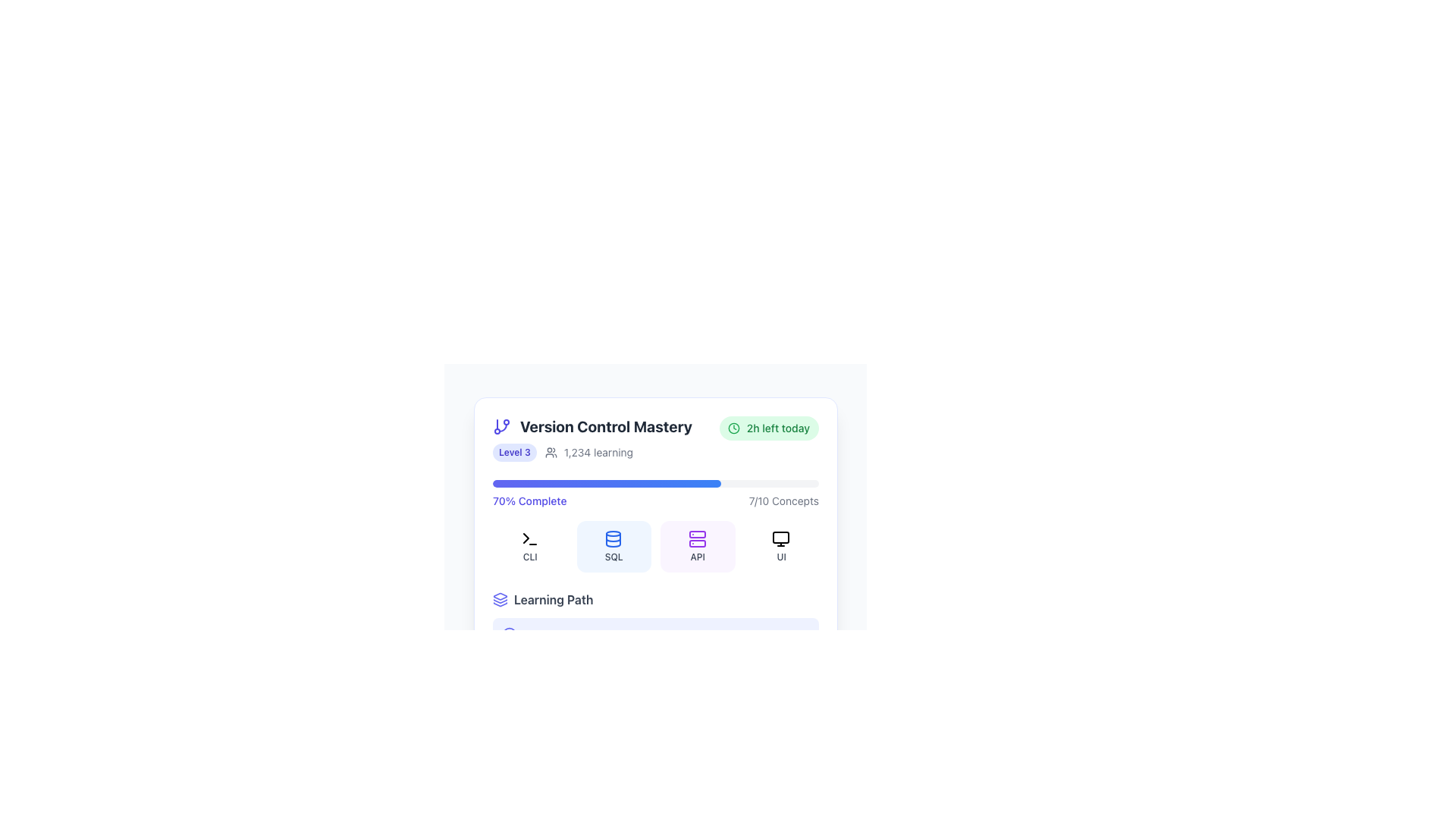  What do you see at coordinates (655, 526) in the screenshot?
I see `individual components within the segmented dashboard grid located under the '70% Complete' progress bar in the 'Version Control Mastery' section` at bounding box center [655, 526].